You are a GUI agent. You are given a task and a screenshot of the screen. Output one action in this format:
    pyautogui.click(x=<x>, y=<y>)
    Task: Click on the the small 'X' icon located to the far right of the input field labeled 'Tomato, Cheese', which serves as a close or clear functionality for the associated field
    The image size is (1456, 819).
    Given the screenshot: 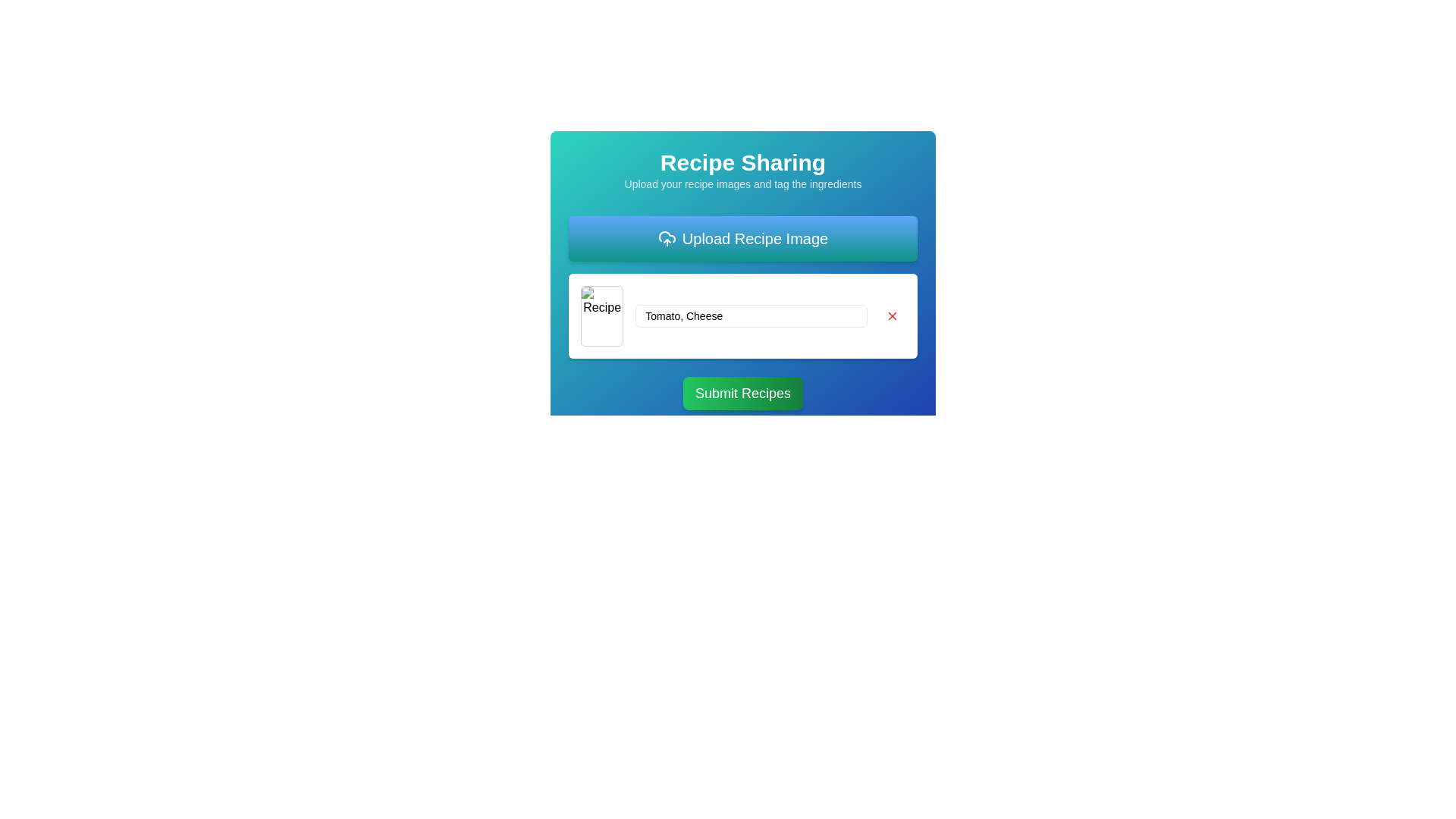 What is the action you would take?
    pyautogui.click(x=892, y=315)
    